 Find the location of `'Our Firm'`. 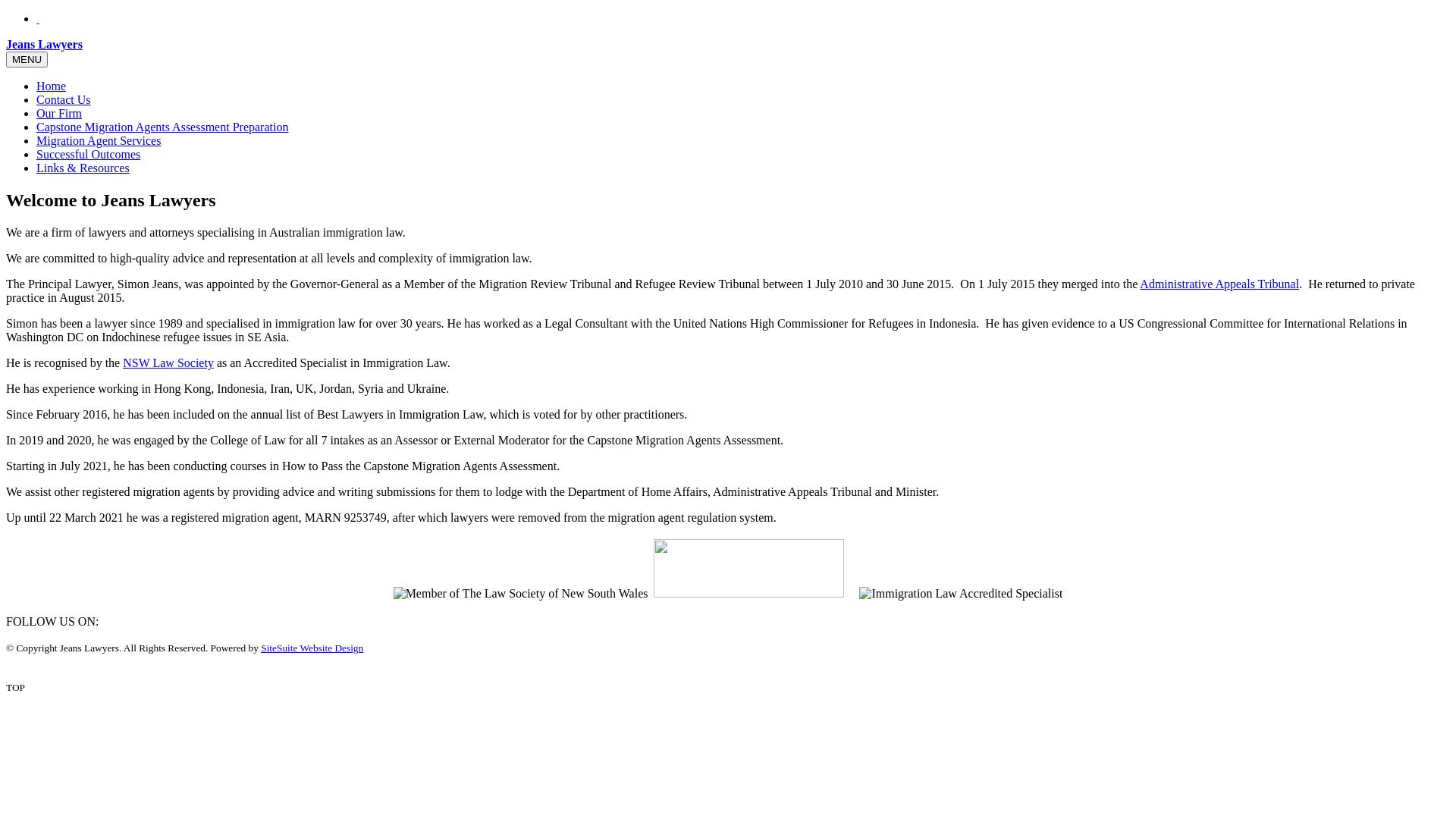

'Our Firm' is located at coordinates (58, 112).